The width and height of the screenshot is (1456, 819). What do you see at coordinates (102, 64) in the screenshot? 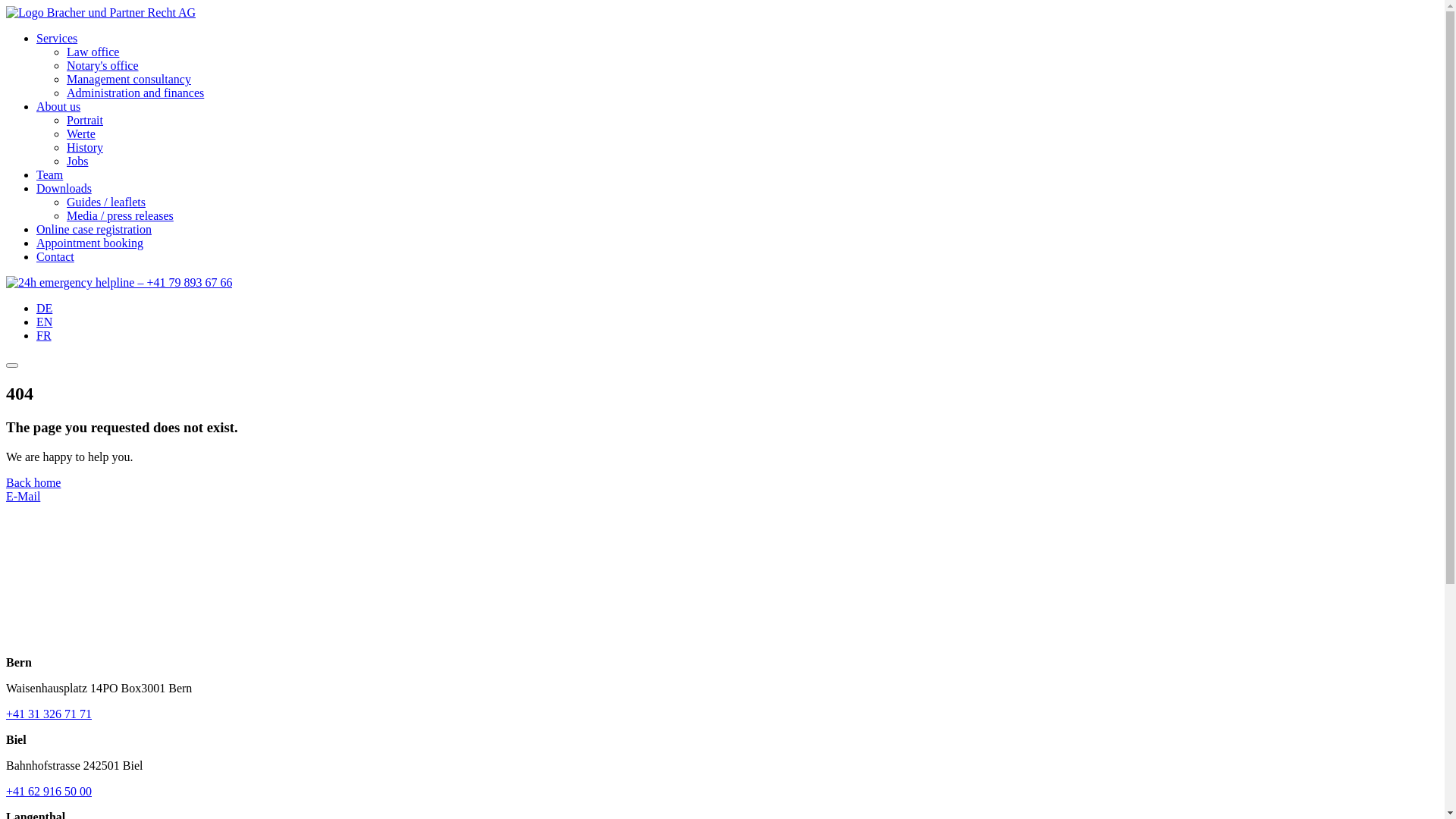
I see `'Notary's office'` at bounding box center [102, 64].